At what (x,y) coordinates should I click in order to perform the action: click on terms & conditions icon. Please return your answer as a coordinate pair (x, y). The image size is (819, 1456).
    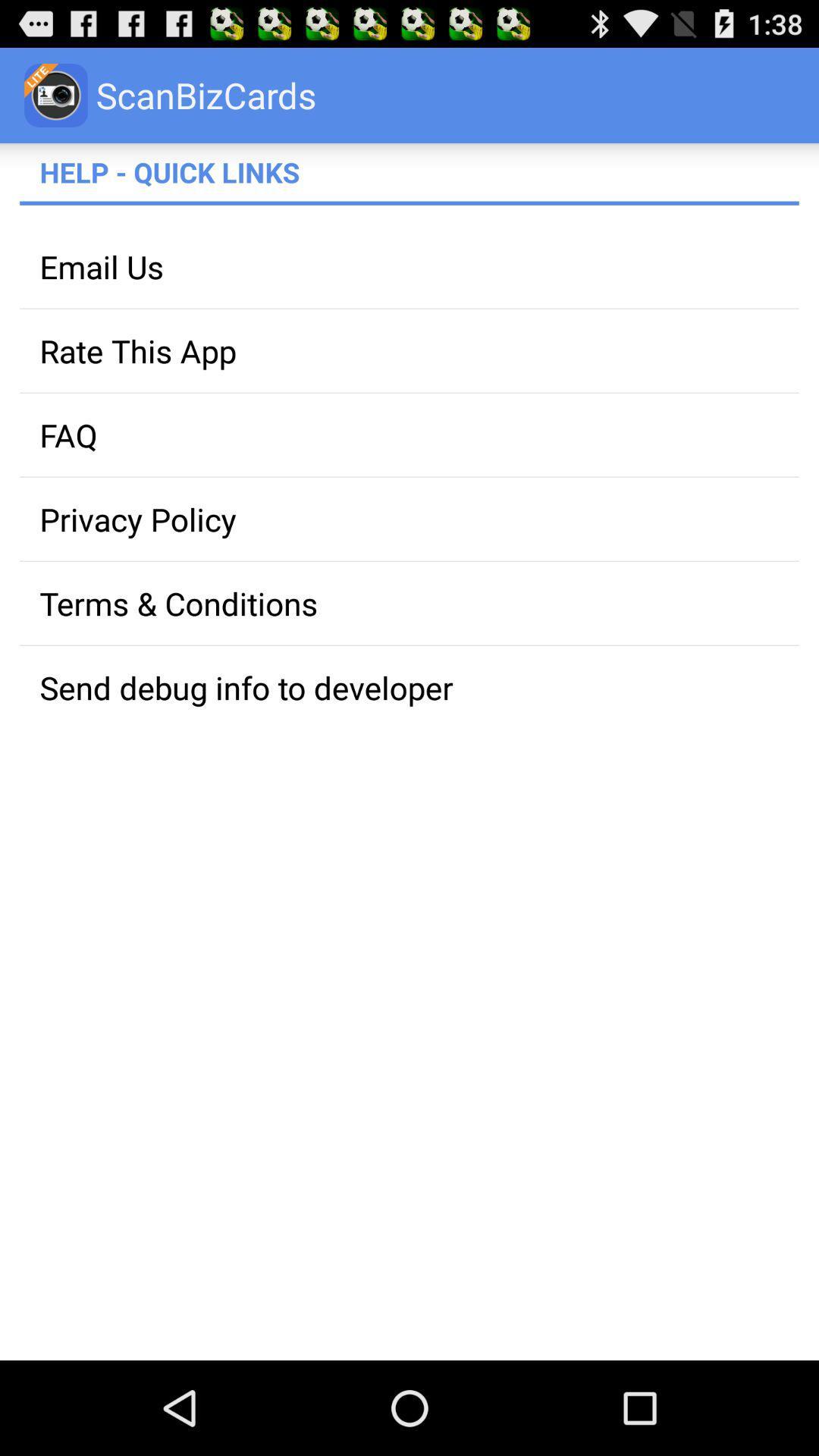
    Looking at the image, I should click on (409, 602).